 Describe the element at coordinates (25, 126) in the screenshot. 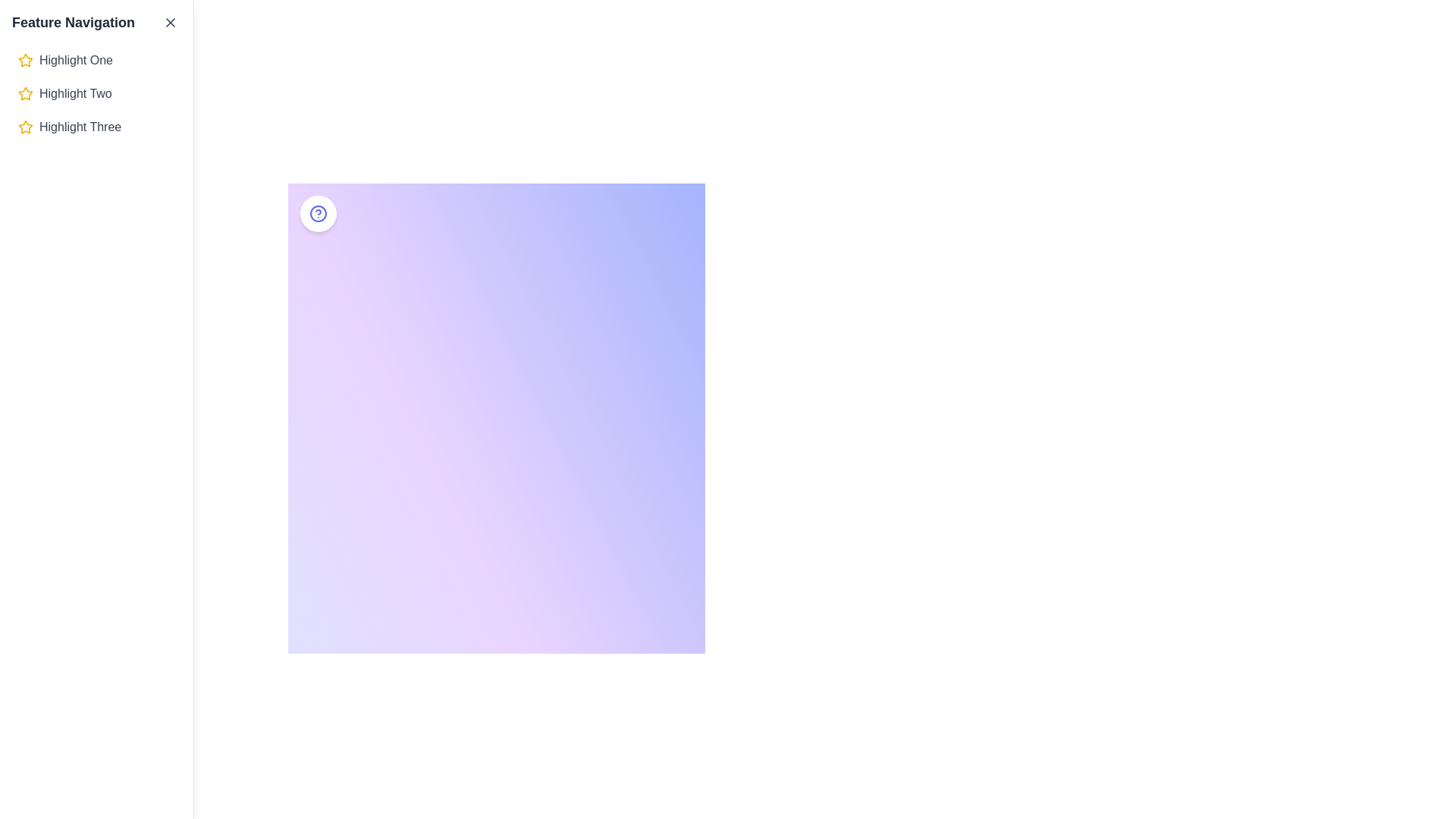

I see `the yellow star icon located in the 'Feature Navigation' panel` at that location.